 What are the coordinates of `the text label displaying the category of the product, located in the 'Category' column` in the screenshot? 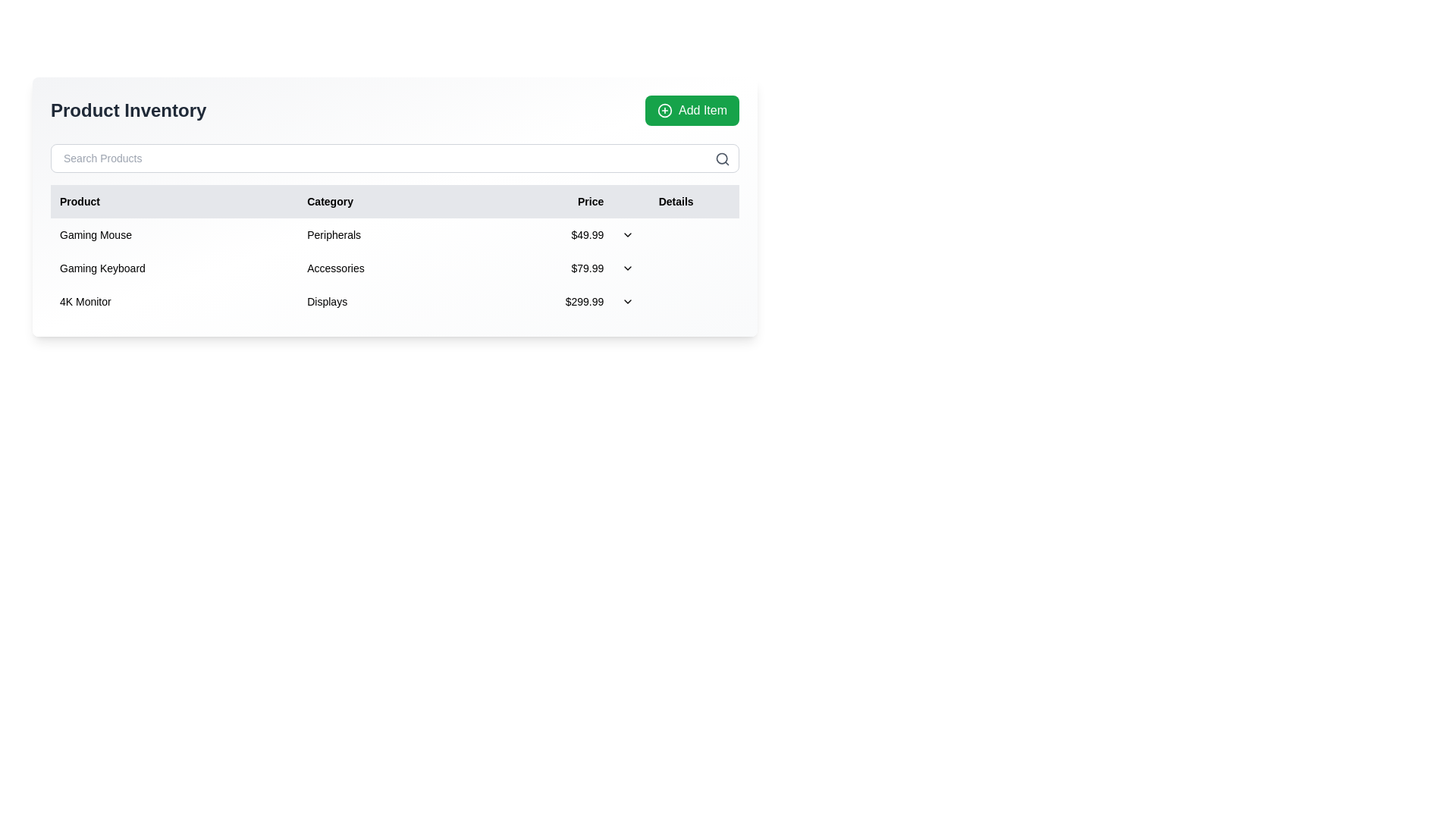 It's located at (388, 234).